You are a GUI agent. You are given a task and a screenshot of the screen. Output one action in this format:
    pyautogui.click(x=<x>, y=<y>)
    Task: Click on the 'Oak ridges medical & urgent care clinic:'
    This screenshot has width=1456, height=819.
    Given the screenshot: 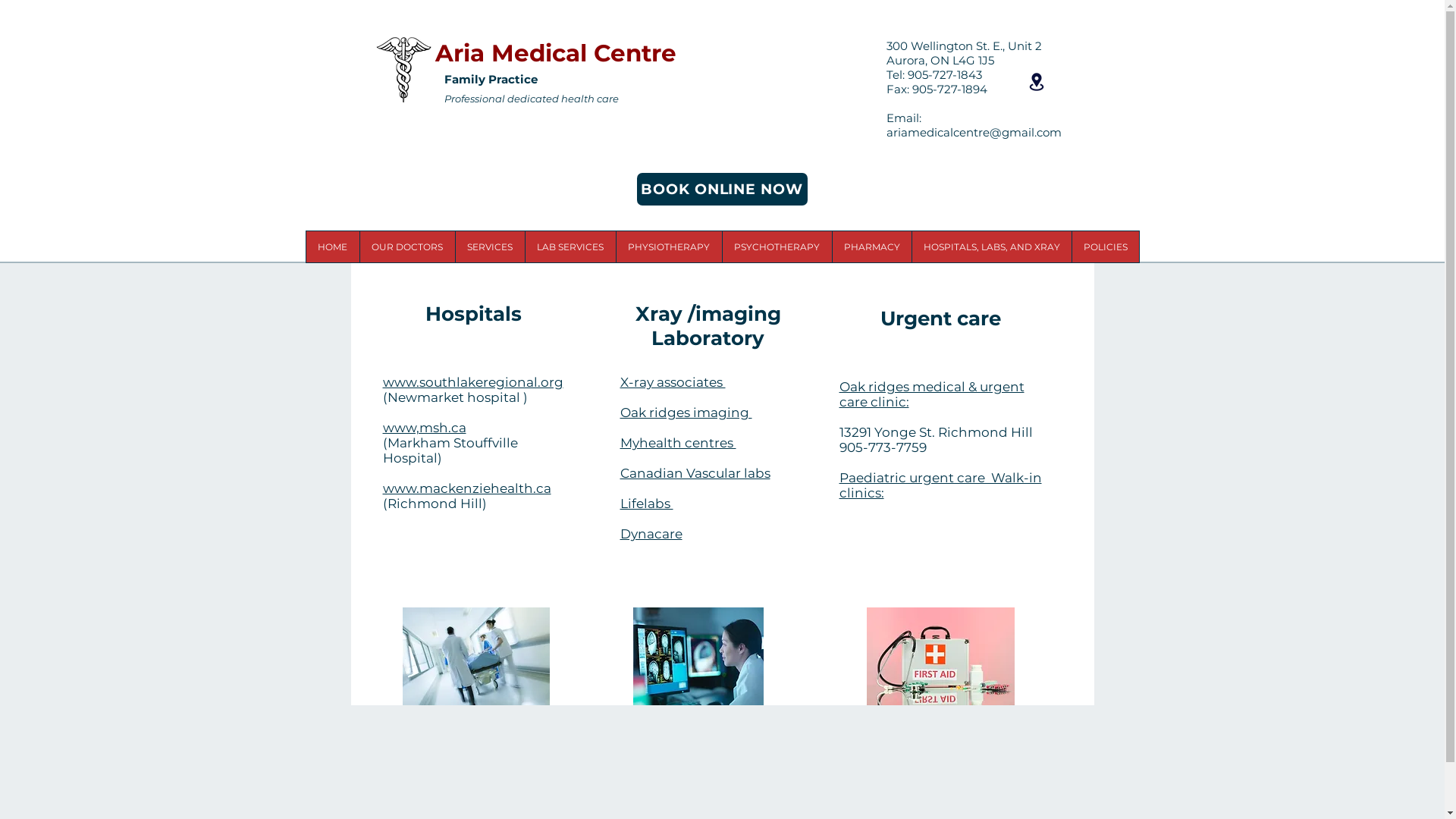 What is the action you would take?
    pyautogui.click(x=930, y=394)
    